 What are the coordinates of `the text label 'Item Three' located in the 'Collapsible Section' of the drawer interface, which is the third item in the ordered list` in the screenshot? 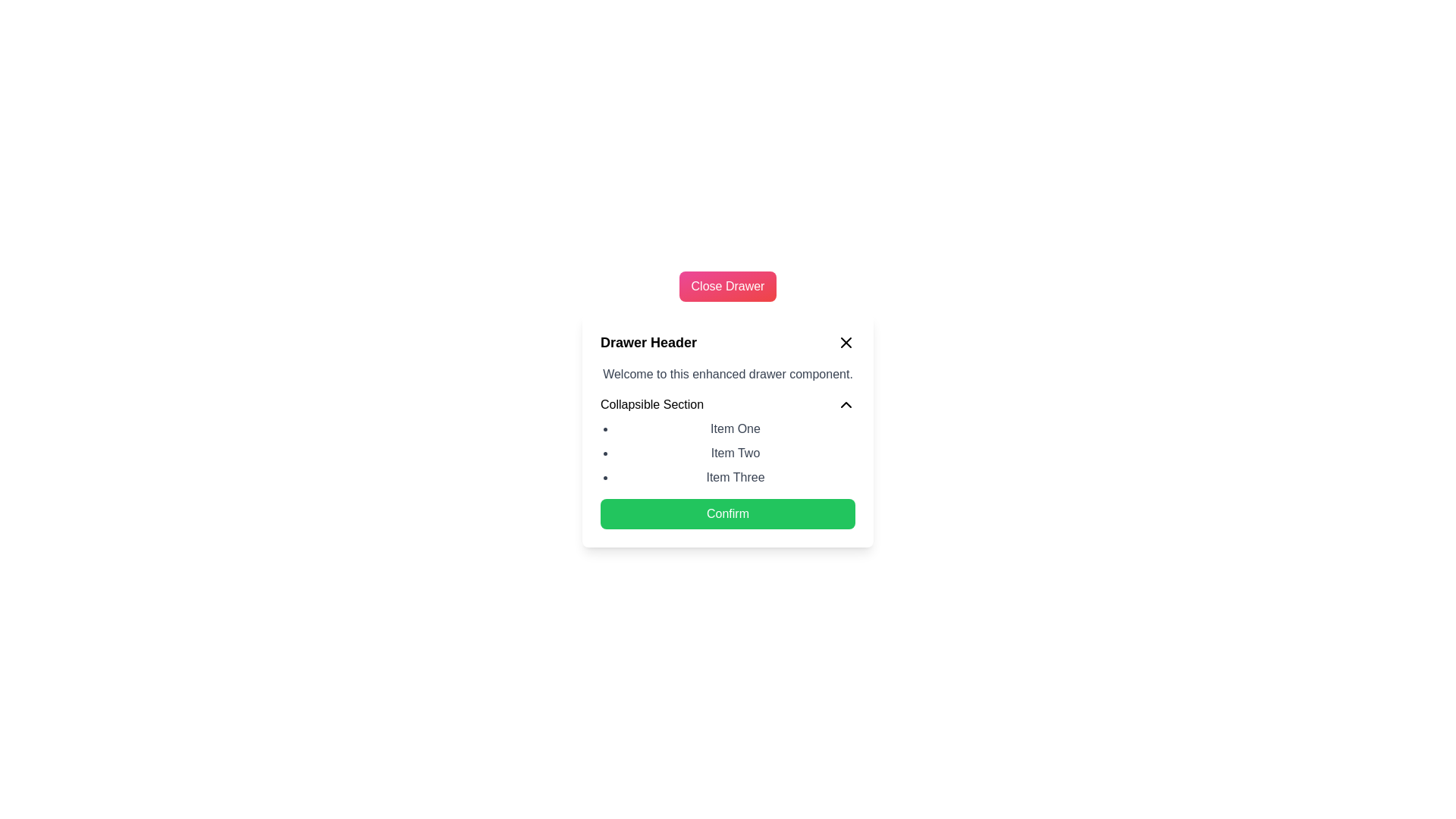 It's located at (735, 476).